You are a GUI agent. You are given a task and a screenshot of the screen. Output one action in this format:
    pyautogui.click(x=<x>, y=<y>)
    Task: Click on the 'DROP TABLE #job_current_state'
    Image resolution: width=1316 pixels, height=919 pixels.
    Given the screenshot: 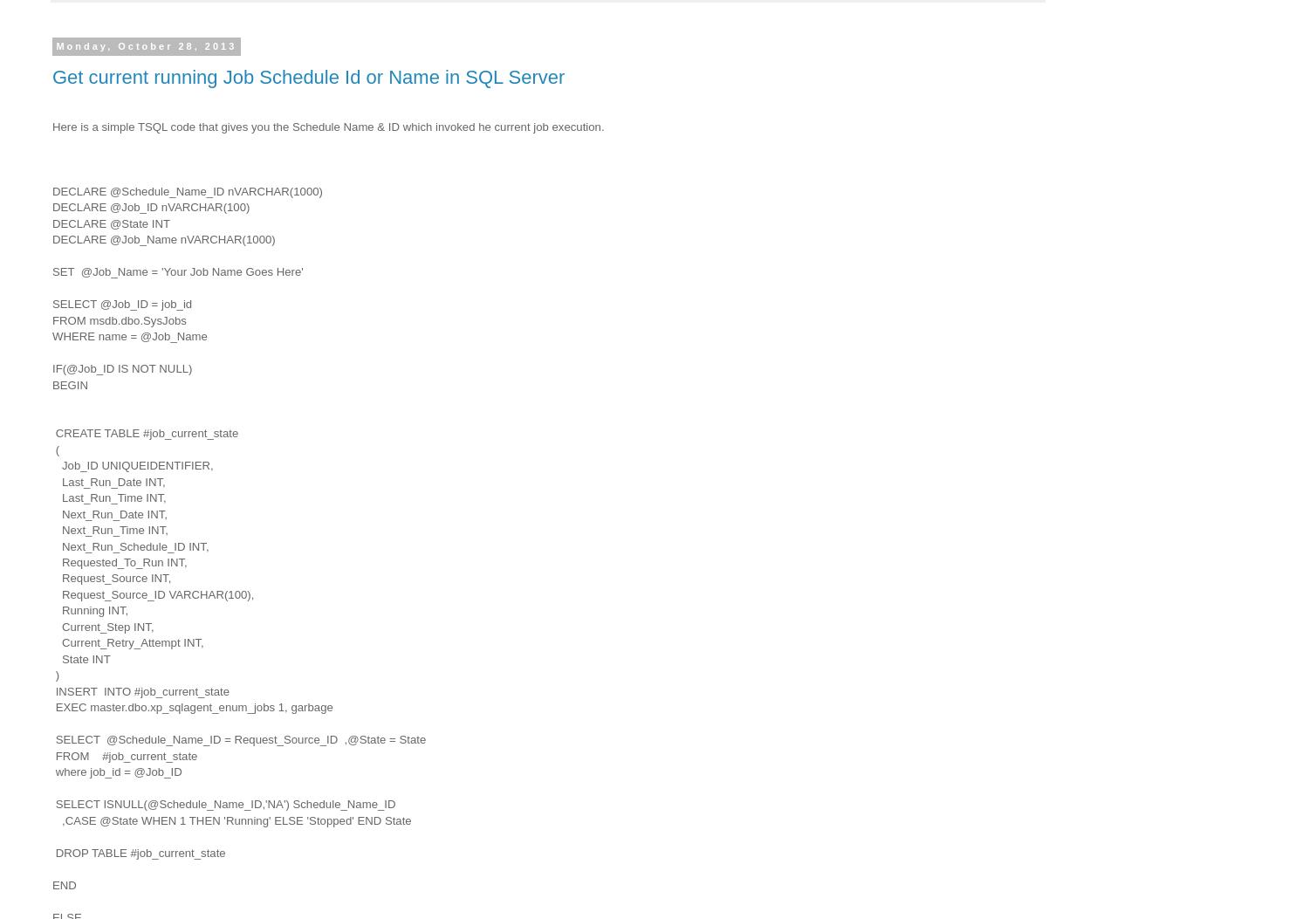 What is the action you would take?
    pyautogui.click(x=140, y=852)
    